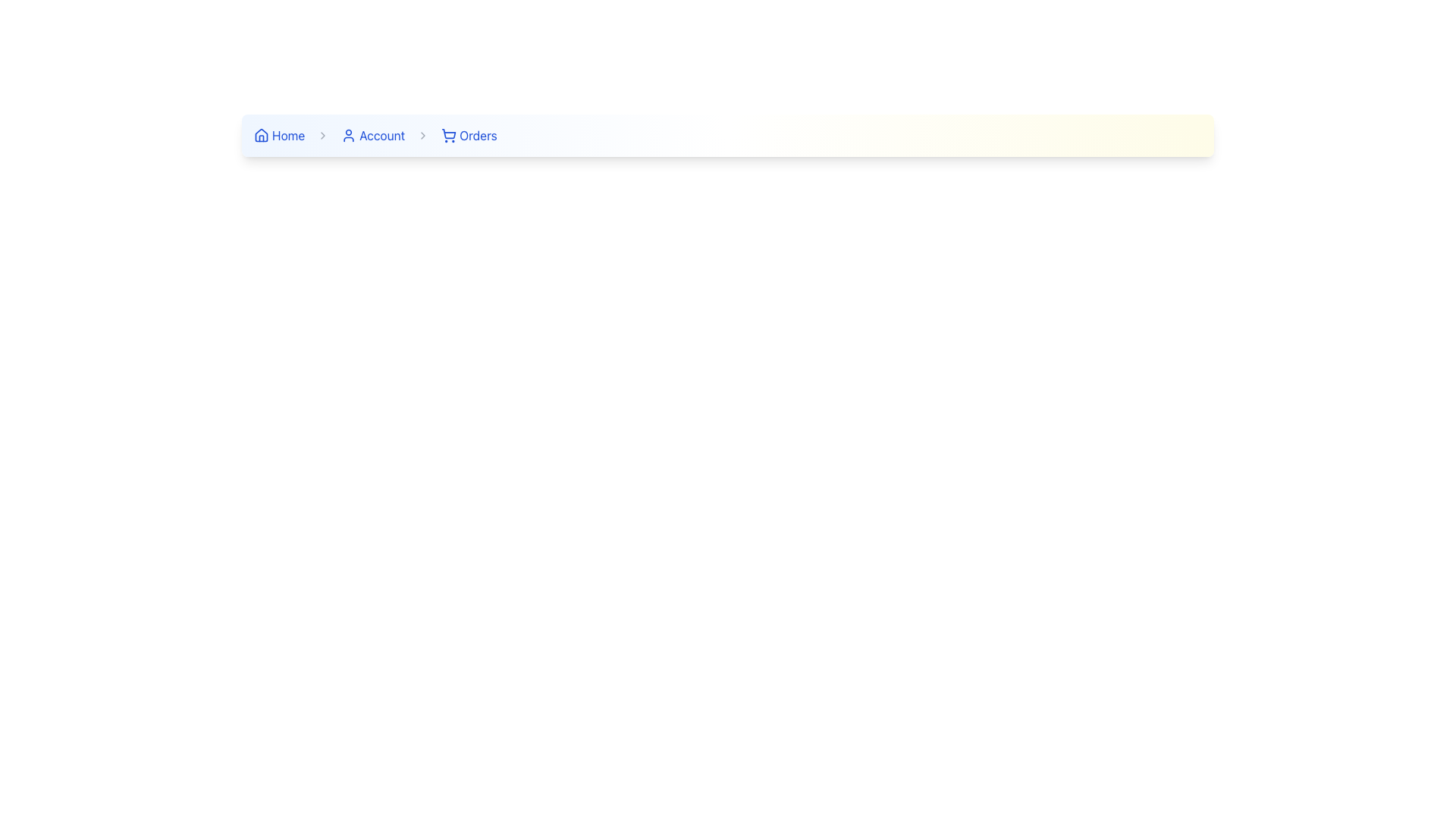 The image size is (1456, 819). Describe the element at coordinates (262, 134) in the screenshot. I see `the house icon located to the left of the 'Home' breadcrumb link` at that location.